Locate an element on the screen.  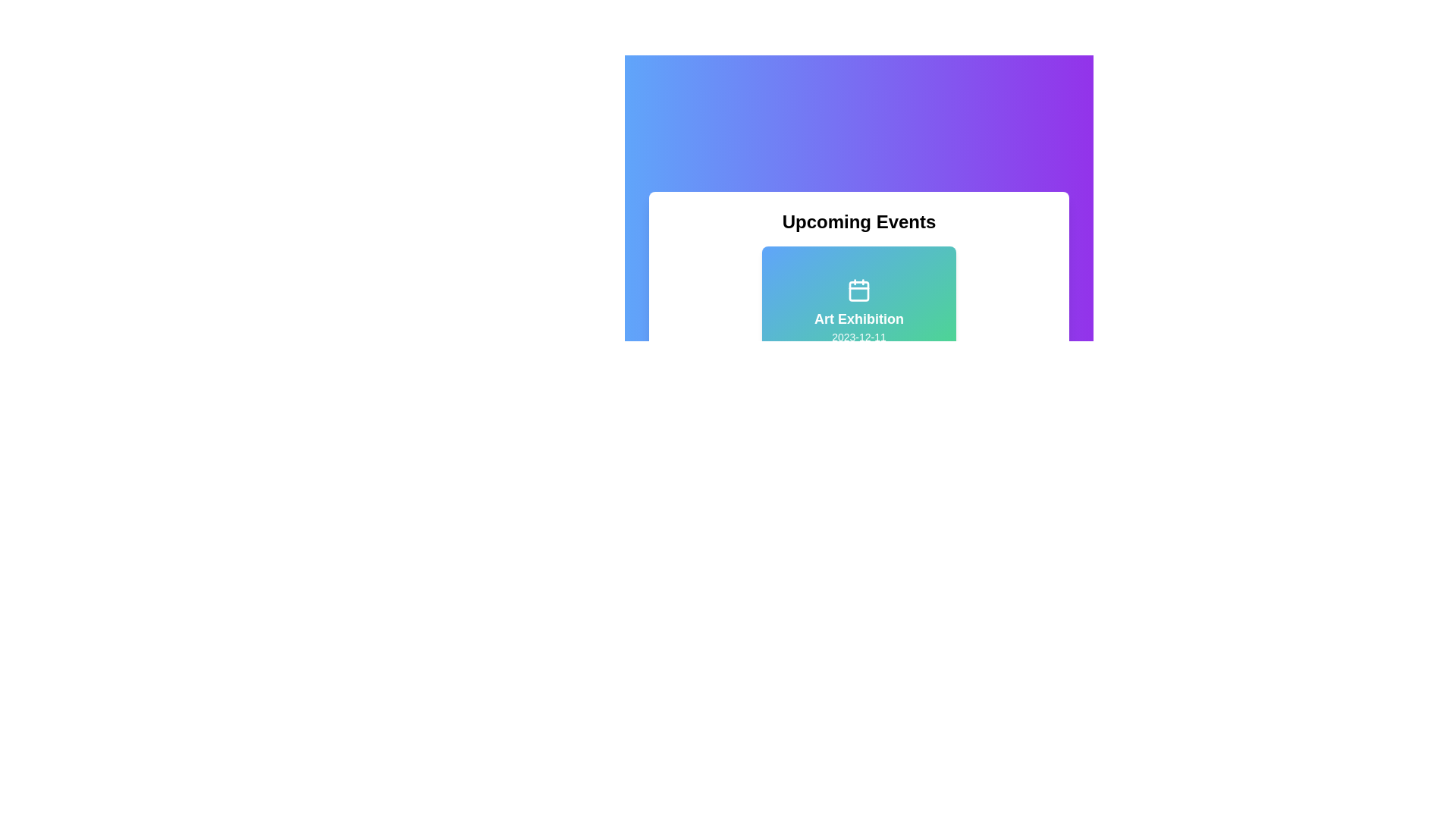
date displayed on the text label showing '2023-12-11', which is styled in white color and positioned beneath the title 'Art Exhibition' is located at coordinates (858, 336).